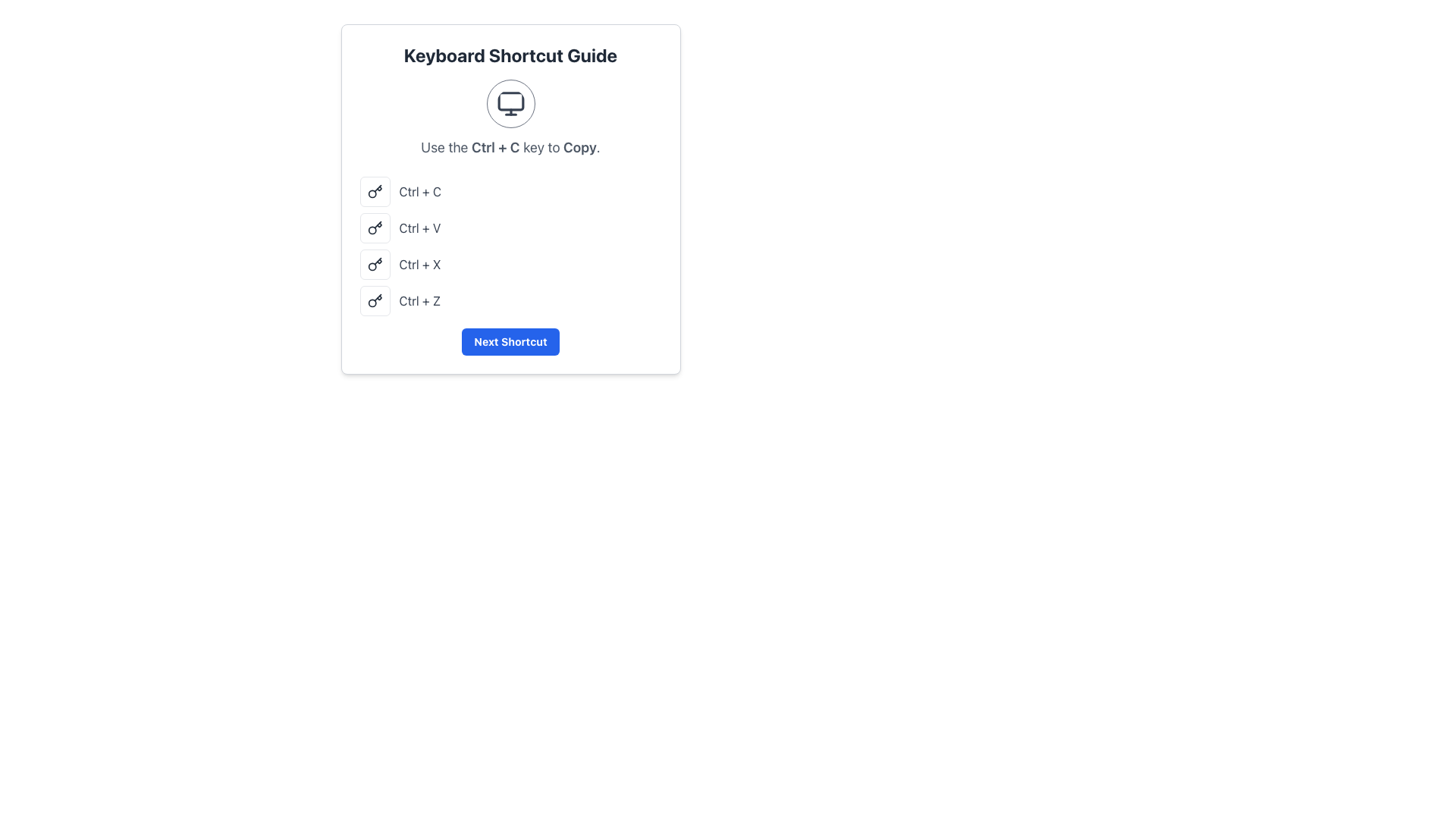 Image resolution: width=1456 pixels, height=819 pixels. I want to click on the second icon in the vertical list of key-related icons, which is positioned before the 'Ctrl + V' label, so click(375, 227).